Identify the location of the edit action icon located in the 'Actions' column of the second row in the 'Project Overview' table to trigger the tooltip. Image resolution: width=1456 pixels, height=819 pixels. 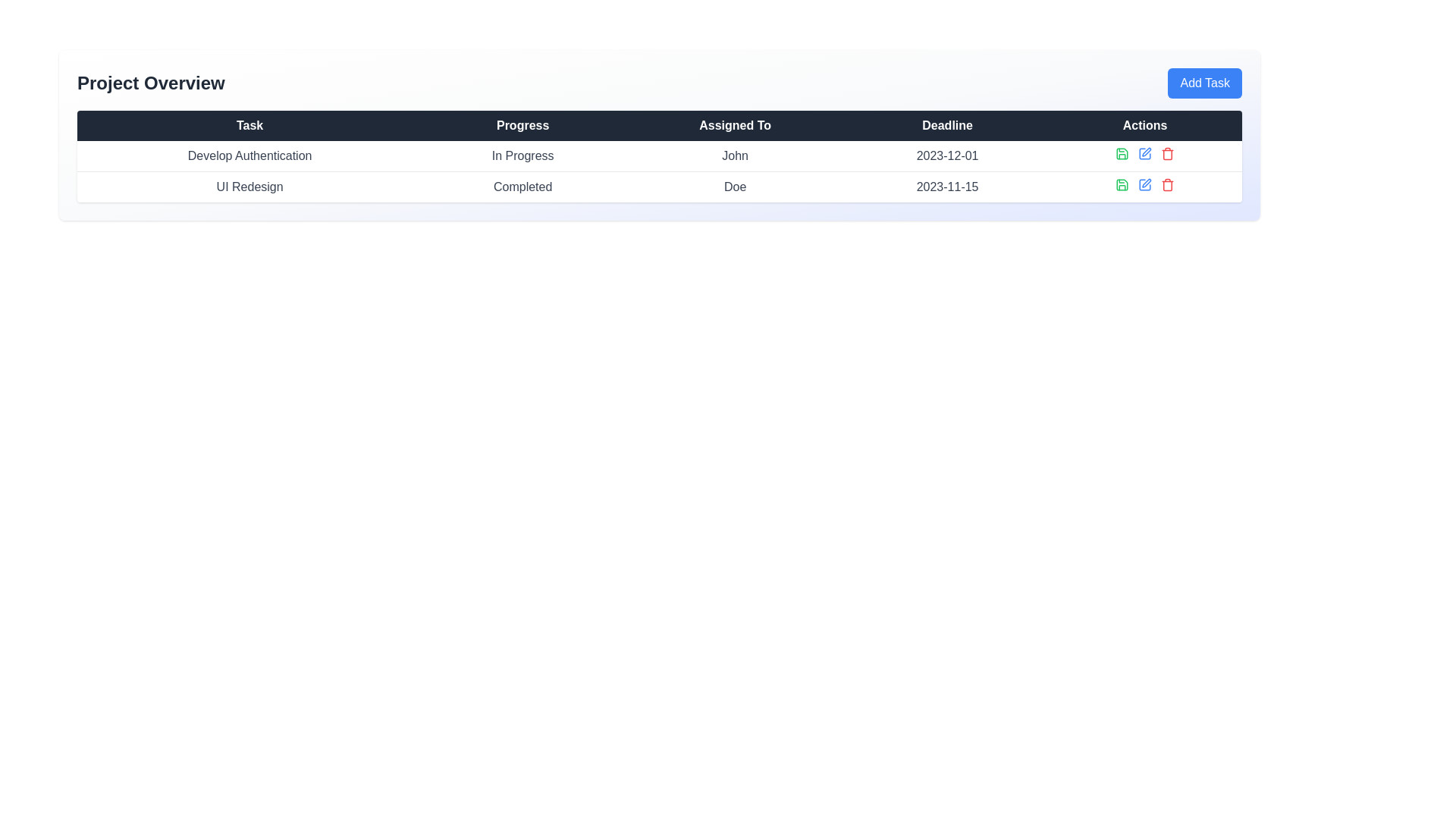
(1145, 184).